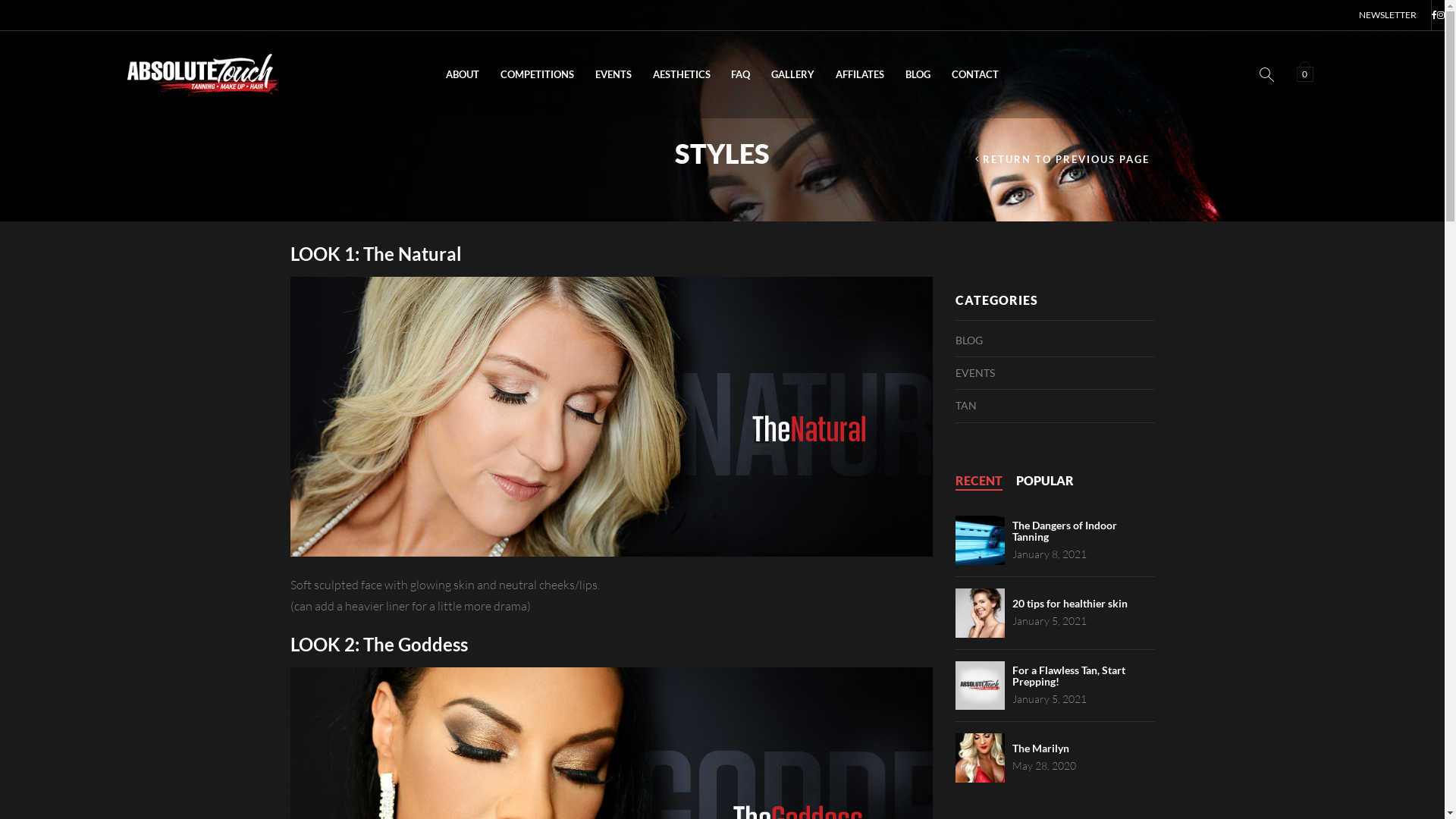  What do you see at coordinates (895, 74) in the screenshot?
I see `'BLOG'` at bounding box center [895, 74].